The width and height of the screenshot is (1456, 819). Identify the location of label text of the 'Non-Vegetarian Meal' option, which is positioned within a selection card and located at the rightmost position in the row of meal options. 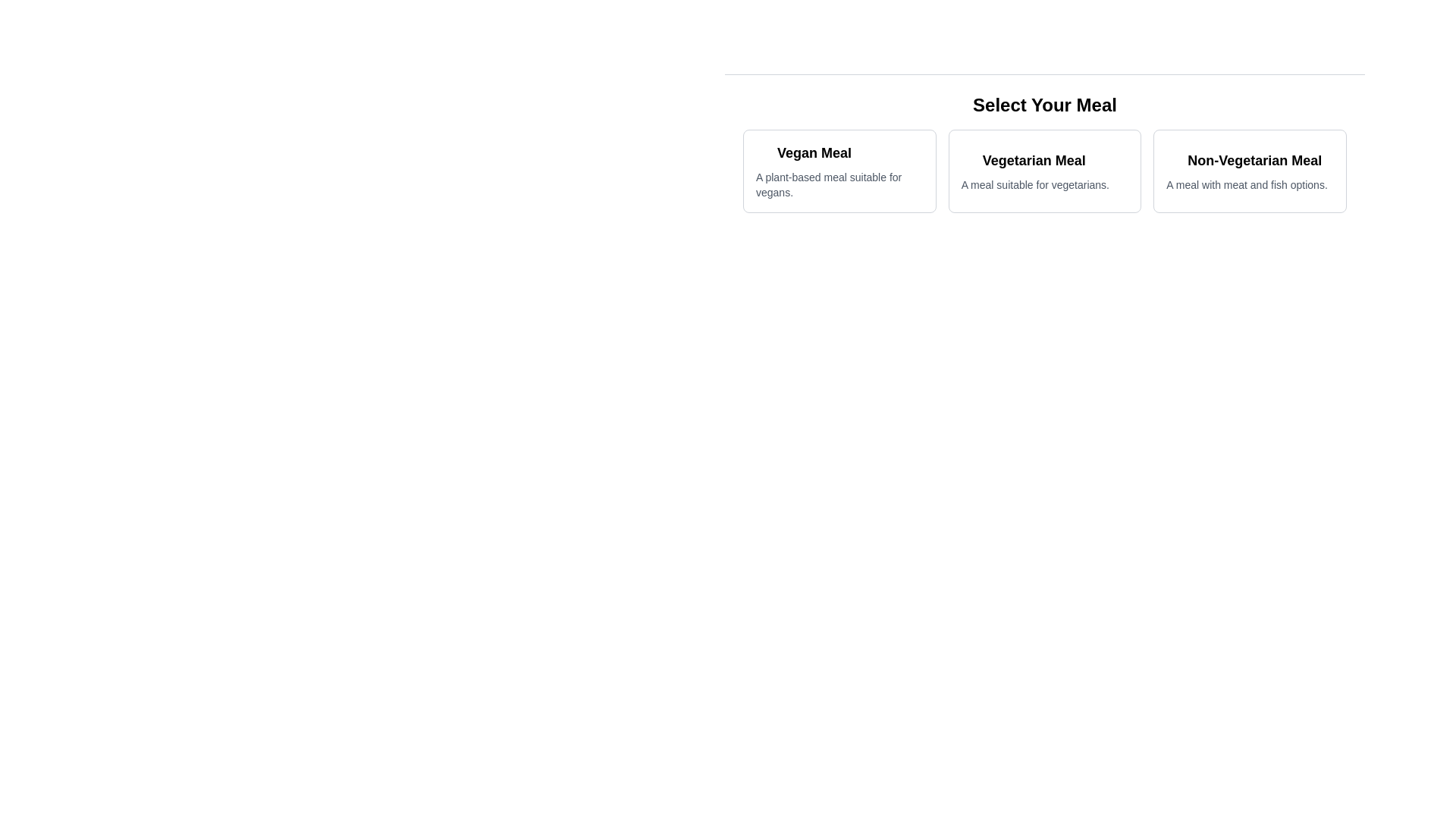
(1254, 161).